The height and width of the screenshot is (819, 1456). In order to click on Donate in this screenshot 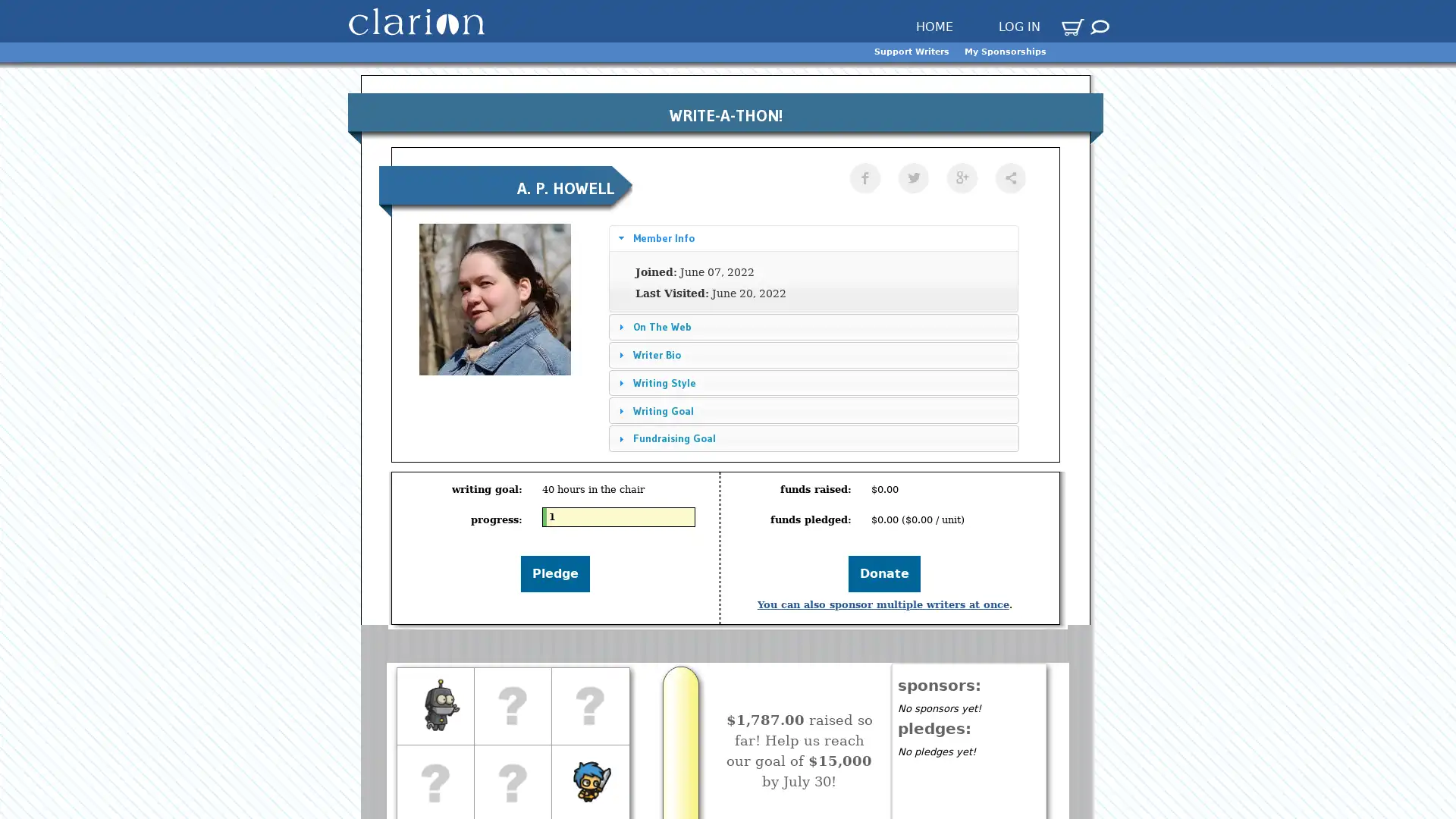, I will do `click(884, 573)`.